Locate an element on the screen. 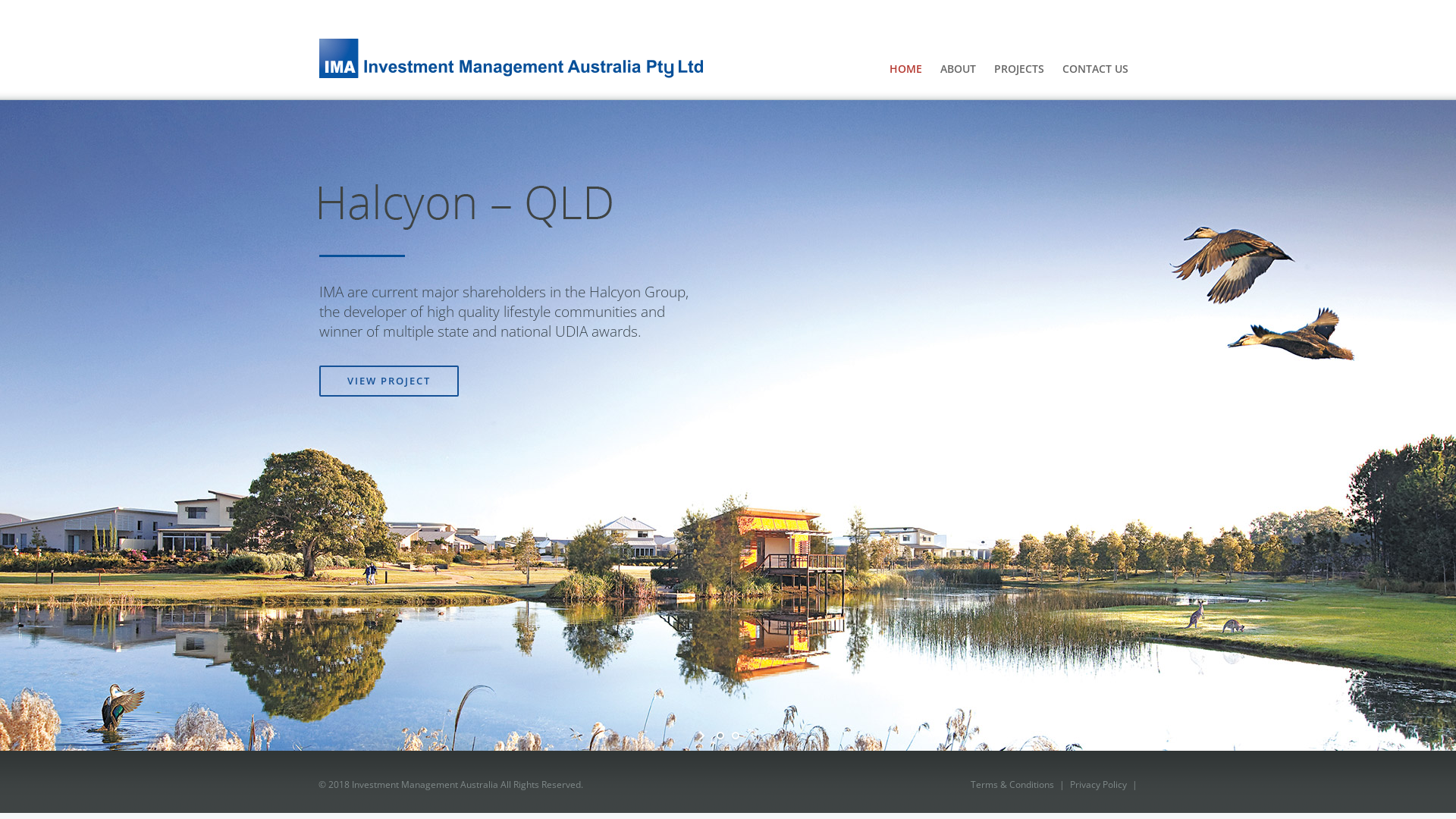 This screenshot has width=1456, height=819. 'PROJECTS' is located at coordinates (1019, 69).